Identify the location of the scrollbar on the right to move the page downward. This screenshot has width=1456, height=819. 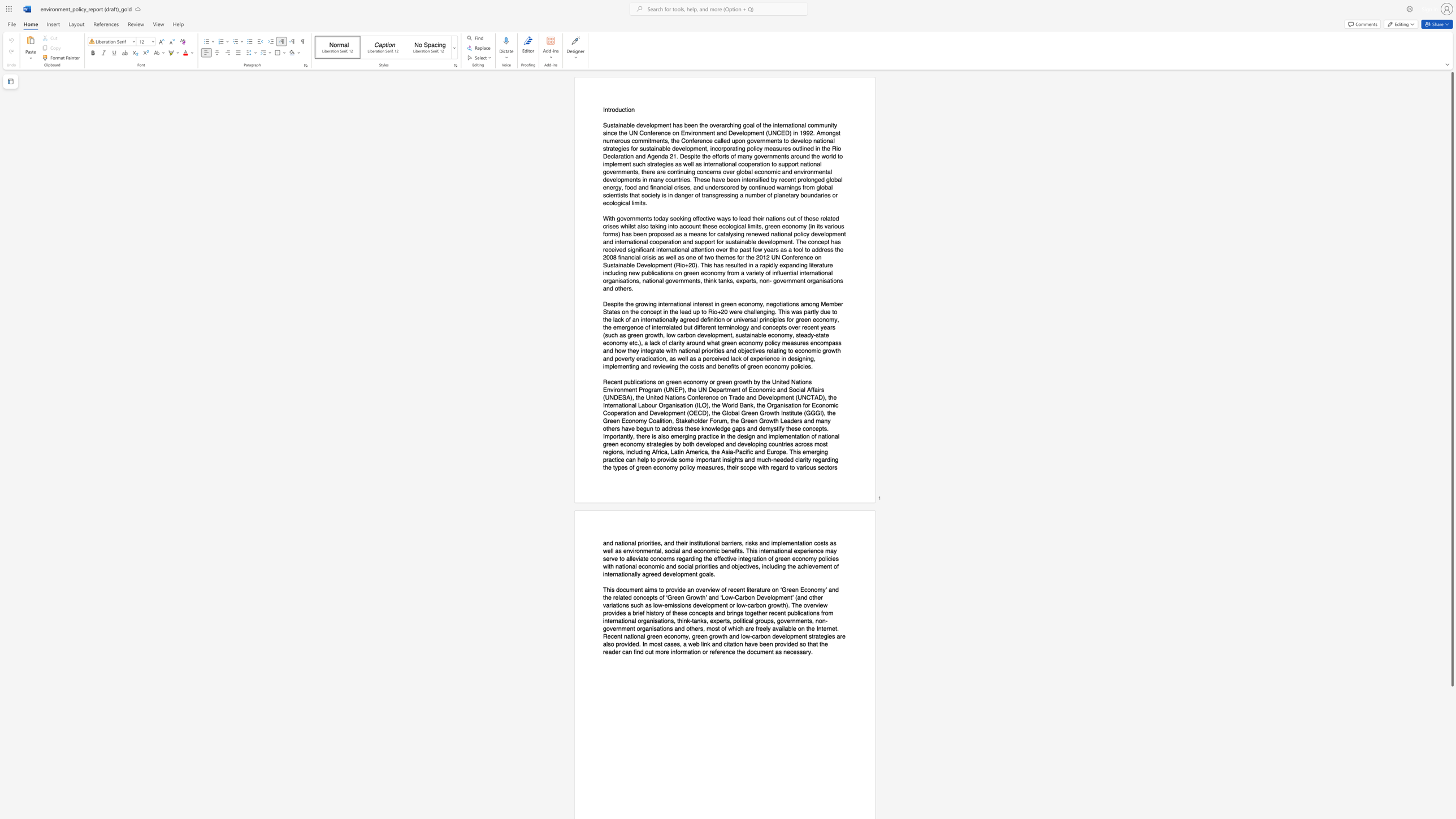
(1451, 697).